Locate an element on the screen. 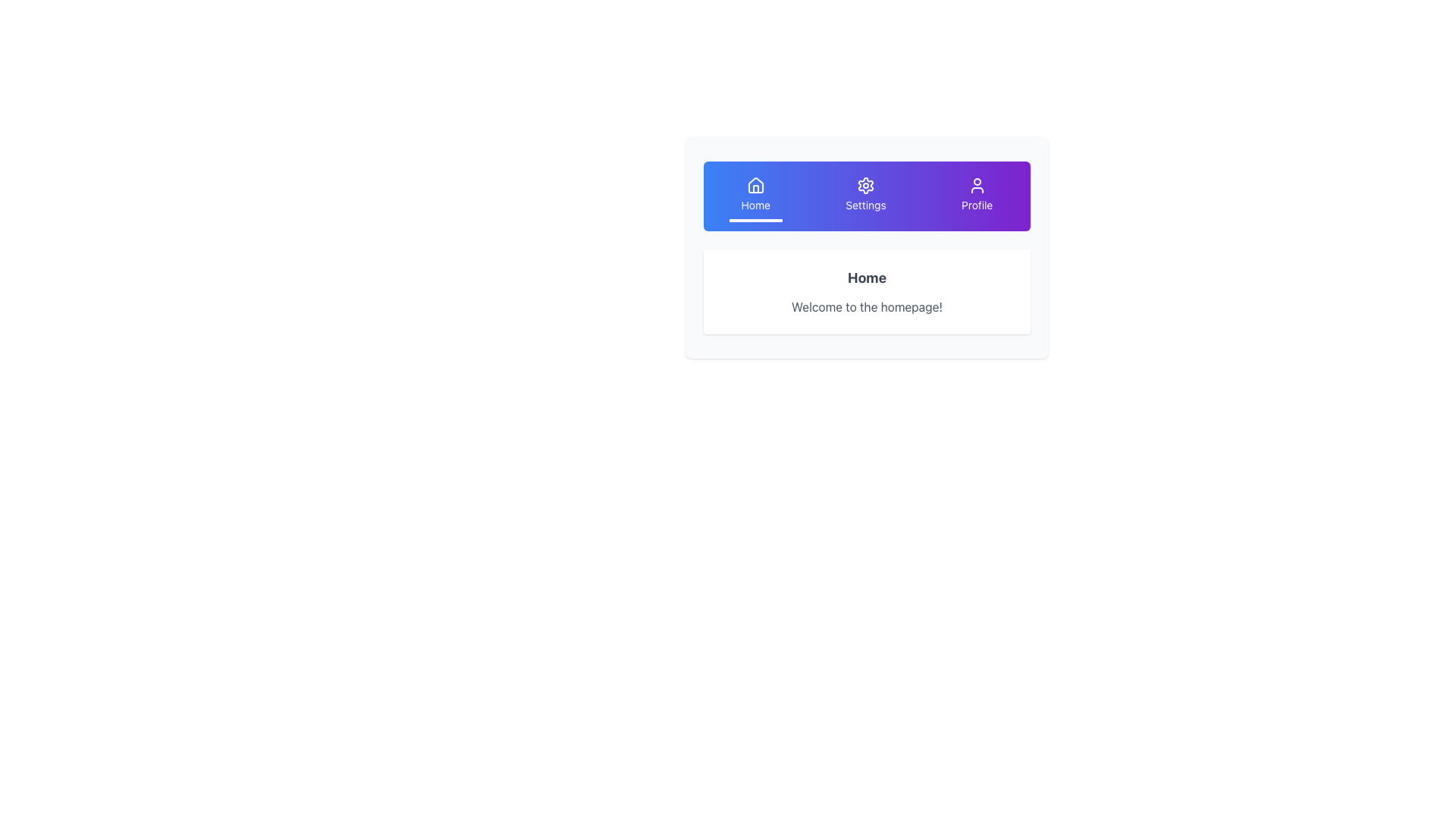 The height and width of the screenshot is (819, 1456). the text element reading 'Welcome to the homepage!' which is styled in gray (#606060) and positioned below the heading 'Home.' is located at coordinates (867, 307).